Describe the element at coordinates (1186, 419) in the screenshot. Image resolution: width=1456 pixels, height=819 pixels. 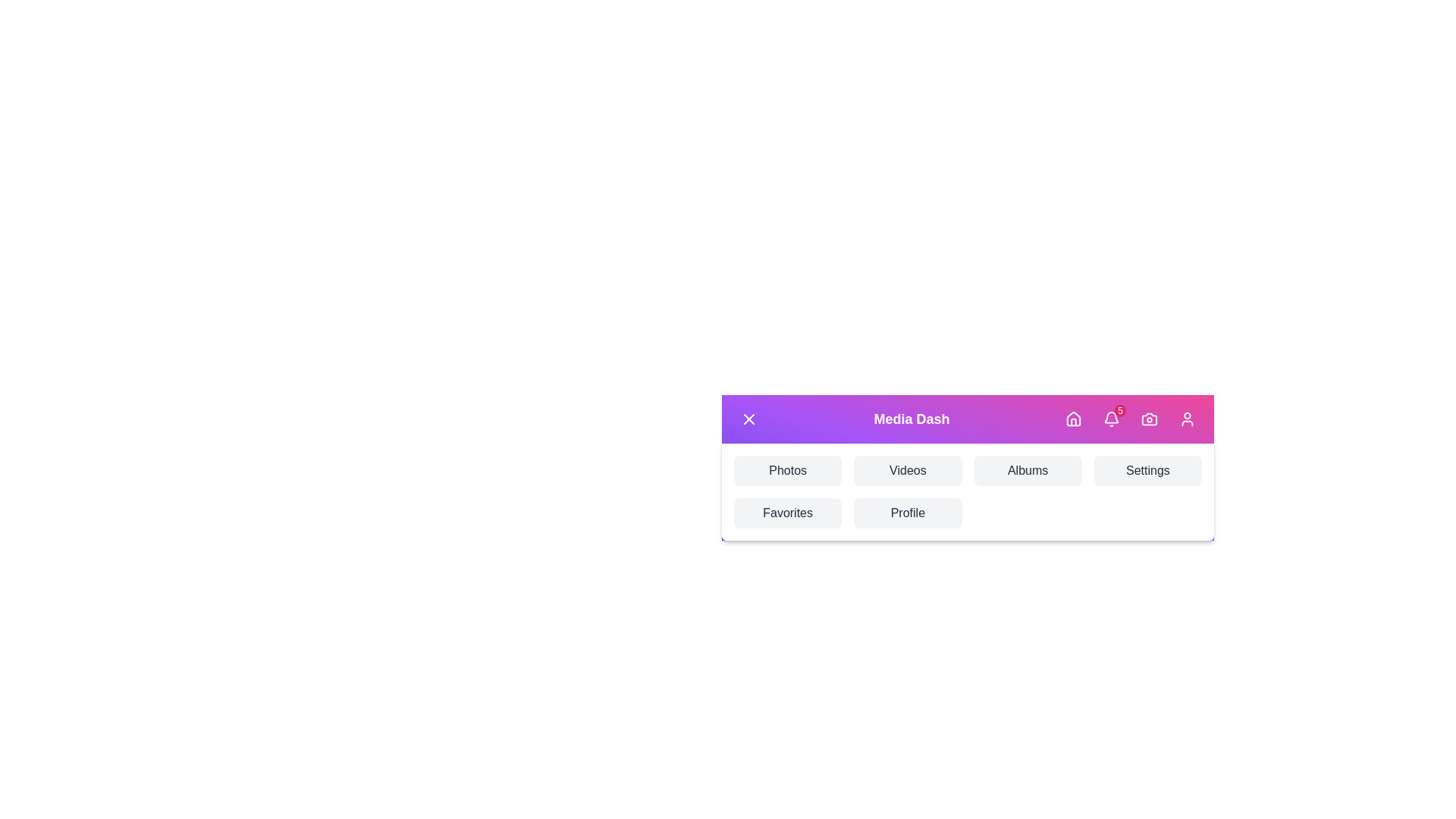
I see `the Profile icon in the VibrantMediaAppBar` at that location.